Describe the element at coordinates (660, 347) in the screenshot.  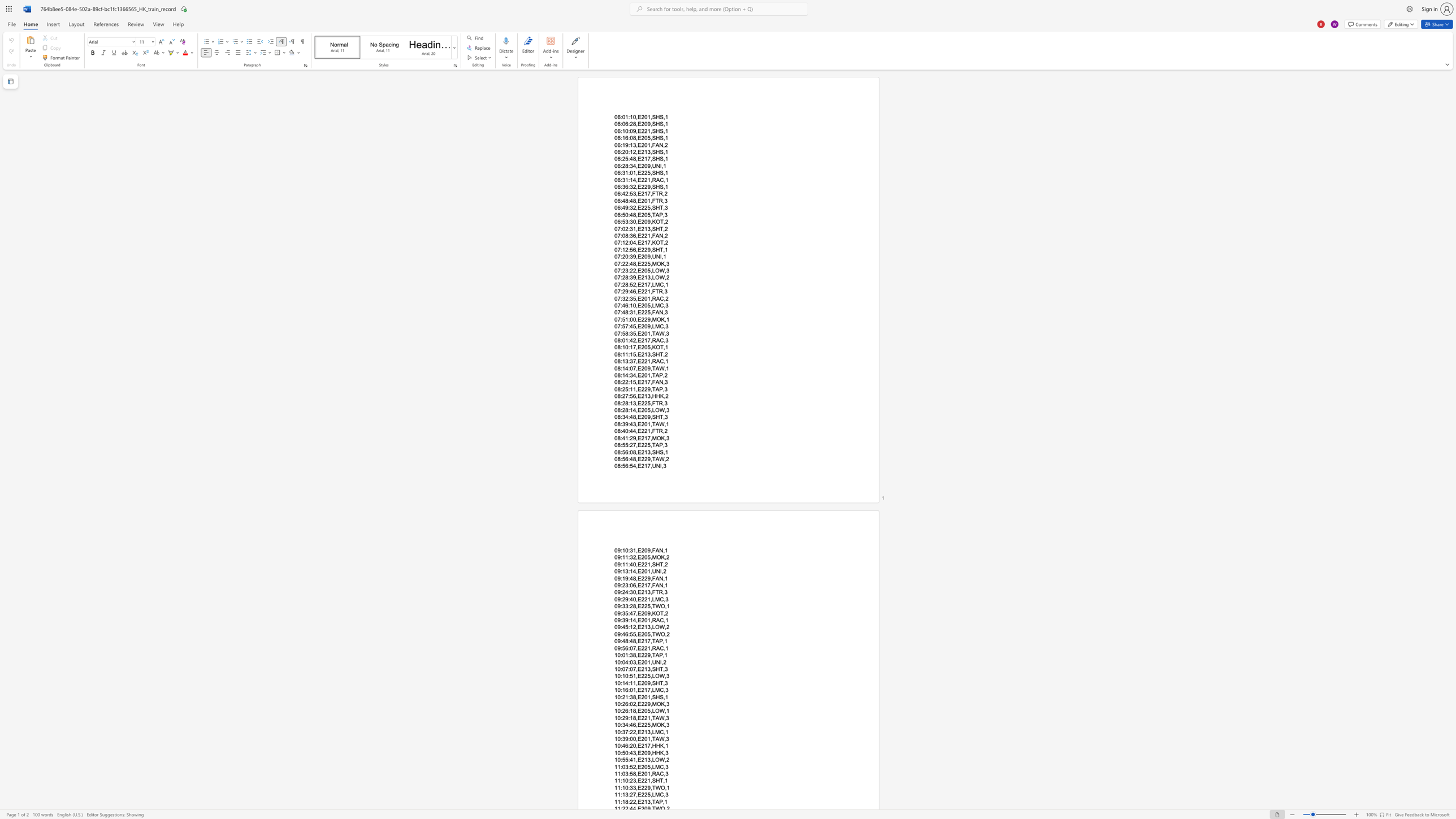
I see `the space between the continuous character "O" and "T" in the text` at that location.